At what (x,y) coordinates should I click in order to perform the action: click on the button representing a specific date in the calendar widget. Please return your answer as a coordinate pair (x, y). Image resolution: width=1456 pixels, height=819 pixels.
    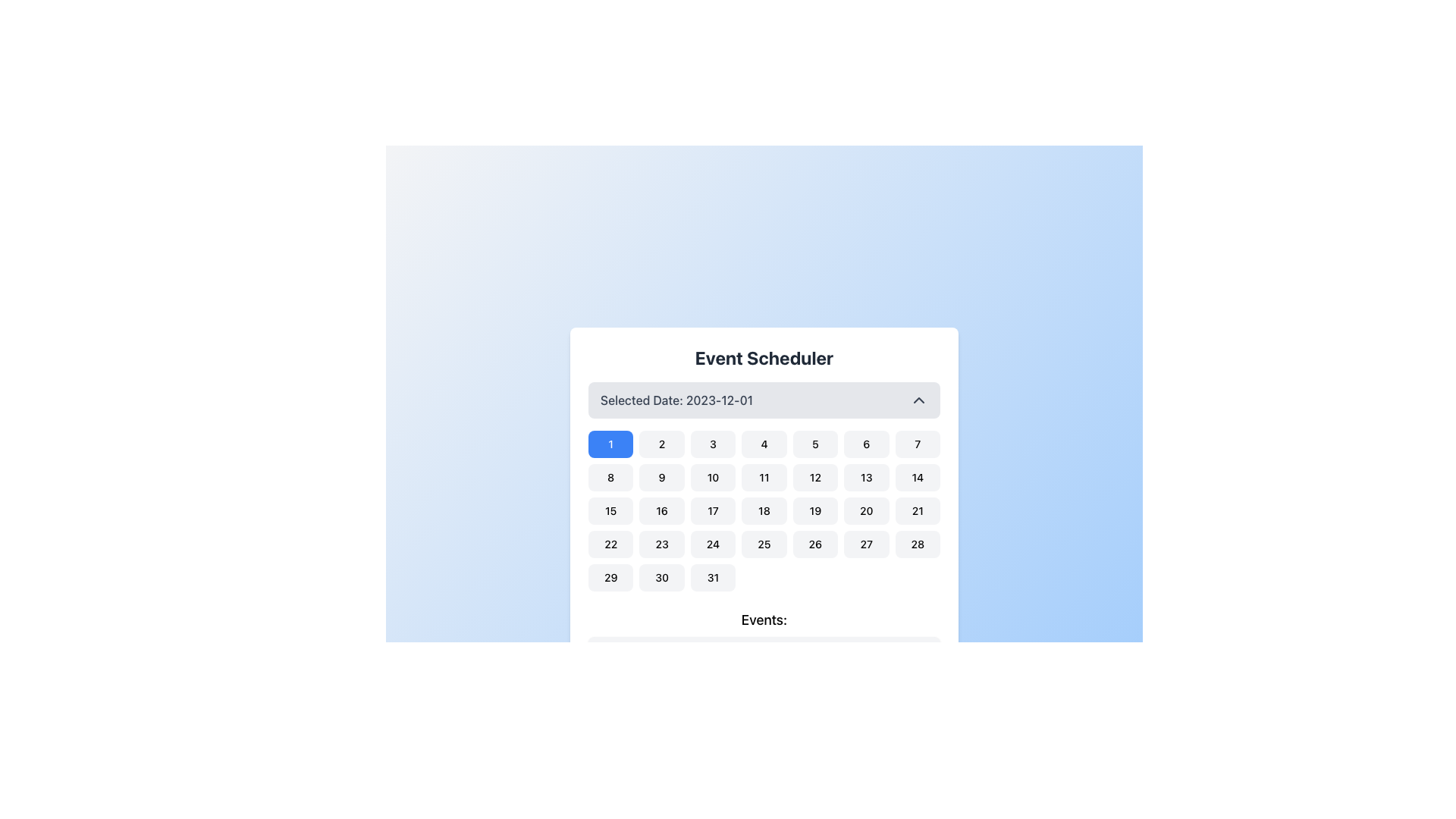
    Looking at the image, I should click on (610, 543).